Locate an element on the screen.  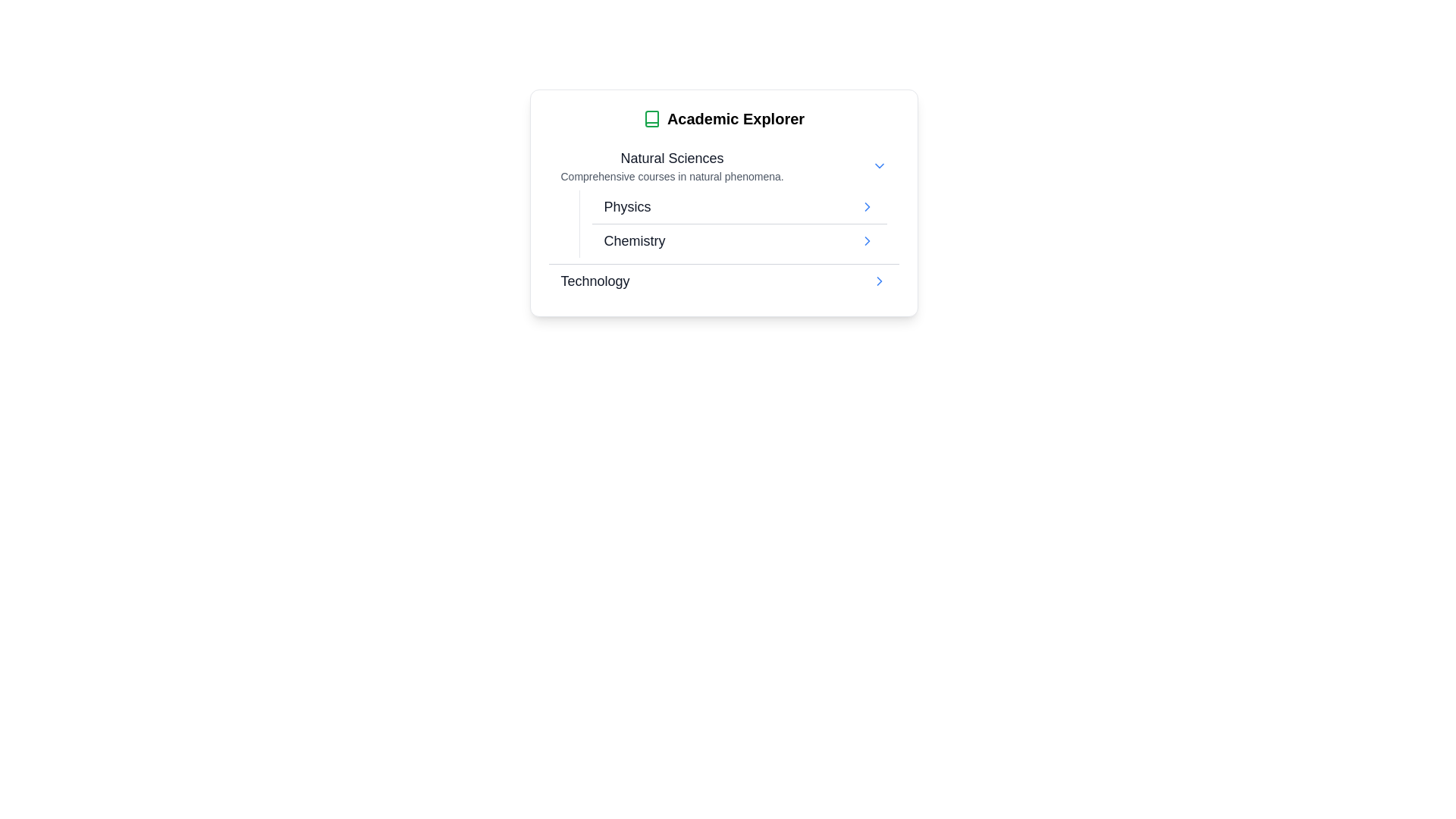
the 'Physics' selectable list item, which is the first item in the 'Natural Sciences' section of the 'Academic Explorer' interface is located at coordinates (739, 207).